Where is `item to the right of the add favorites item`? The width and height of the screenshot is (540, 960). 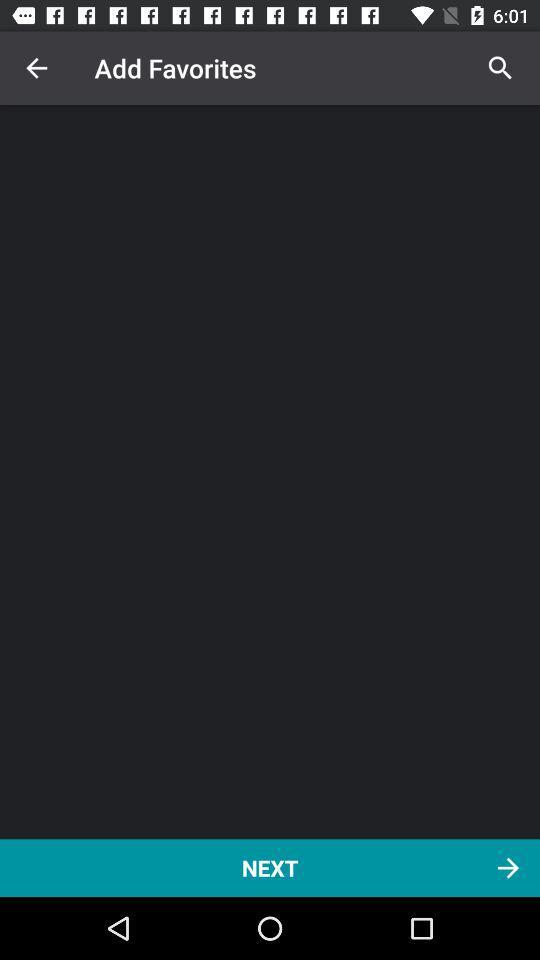
item to the right of the add favorites item is located at coordinates (499, 68).